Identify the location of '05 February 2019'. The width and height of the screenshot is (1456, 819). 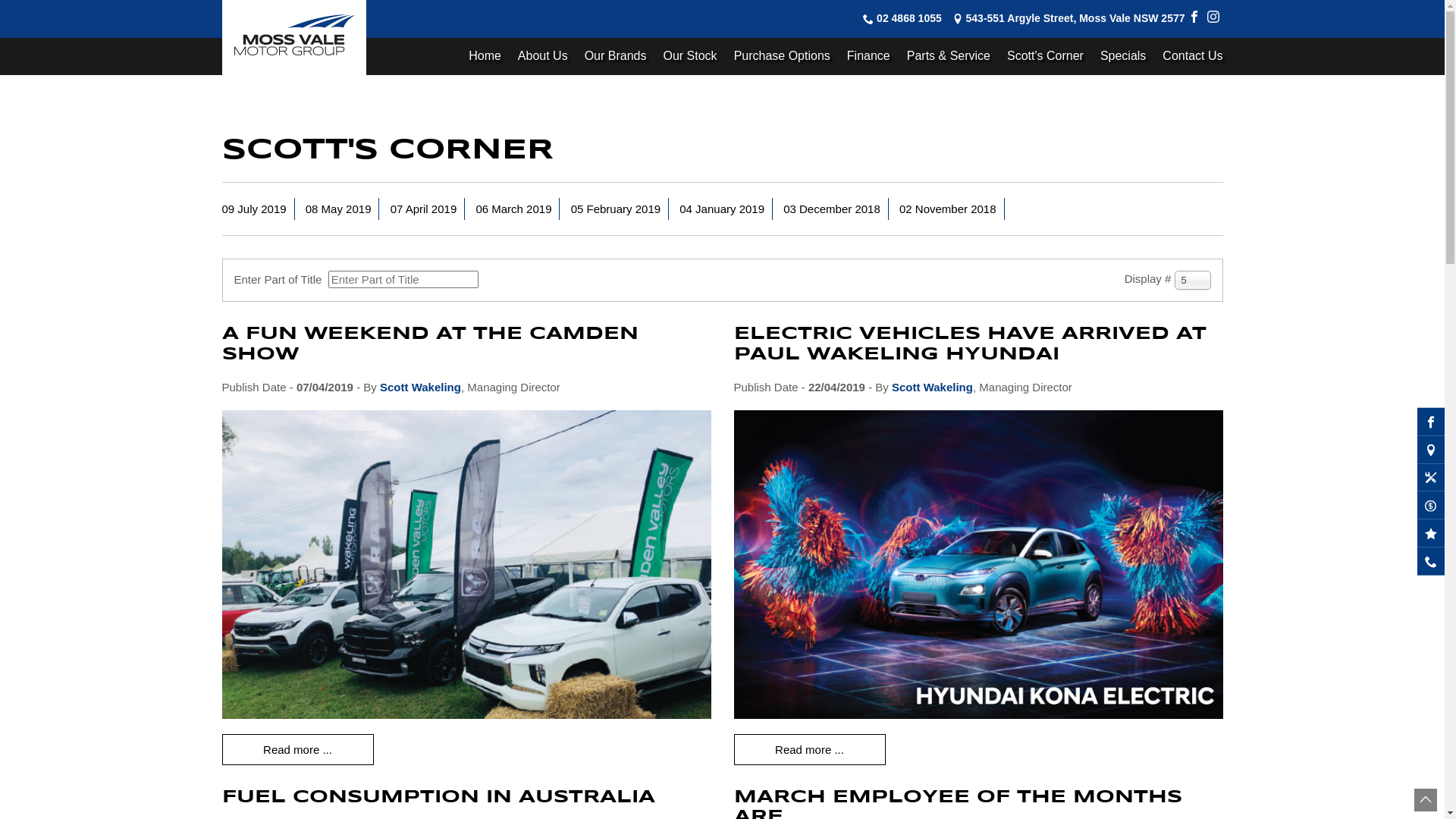
(615, 209).